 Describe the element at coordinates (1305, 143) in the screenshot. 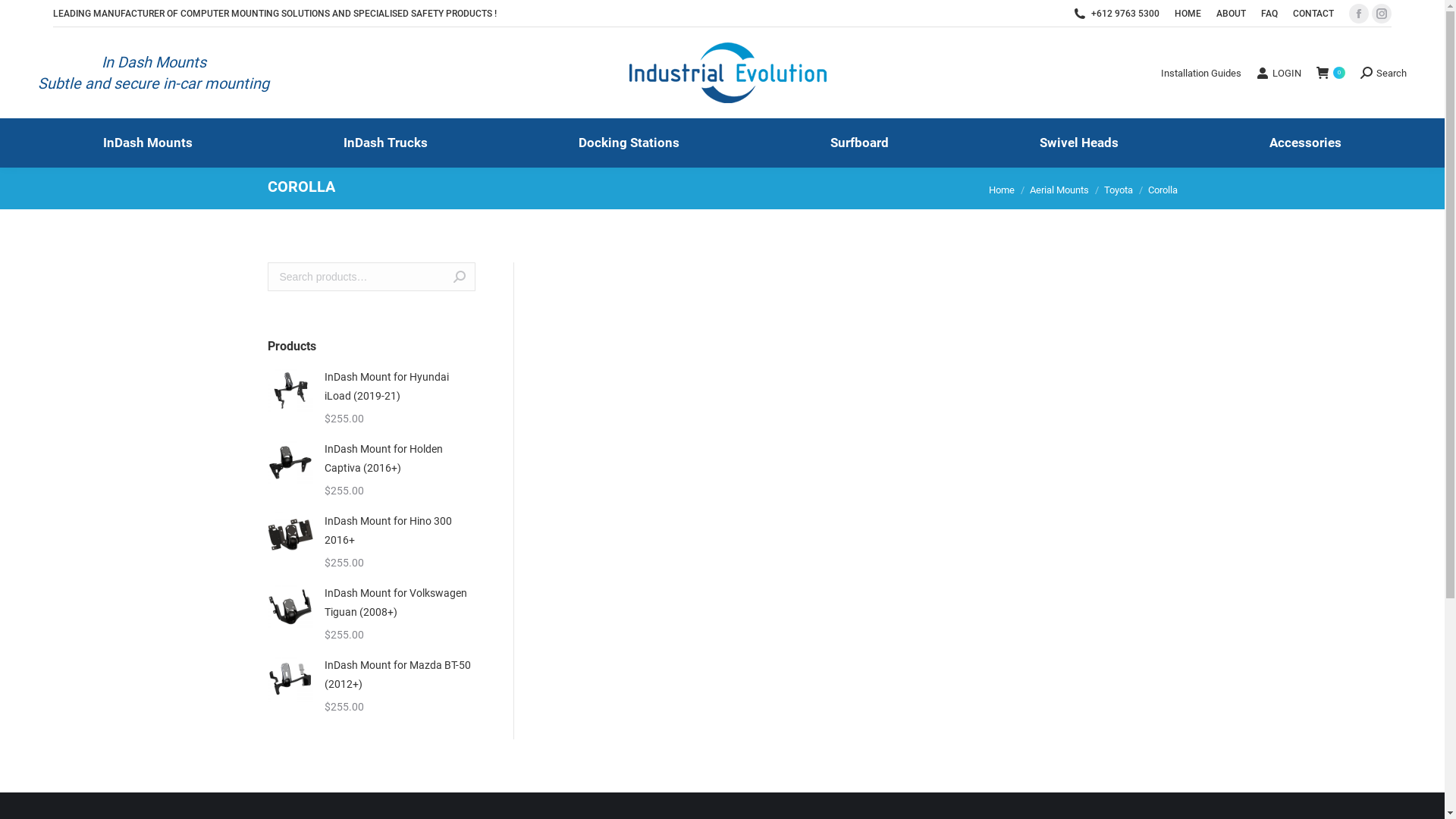

I see `'Accessories'` at that location.